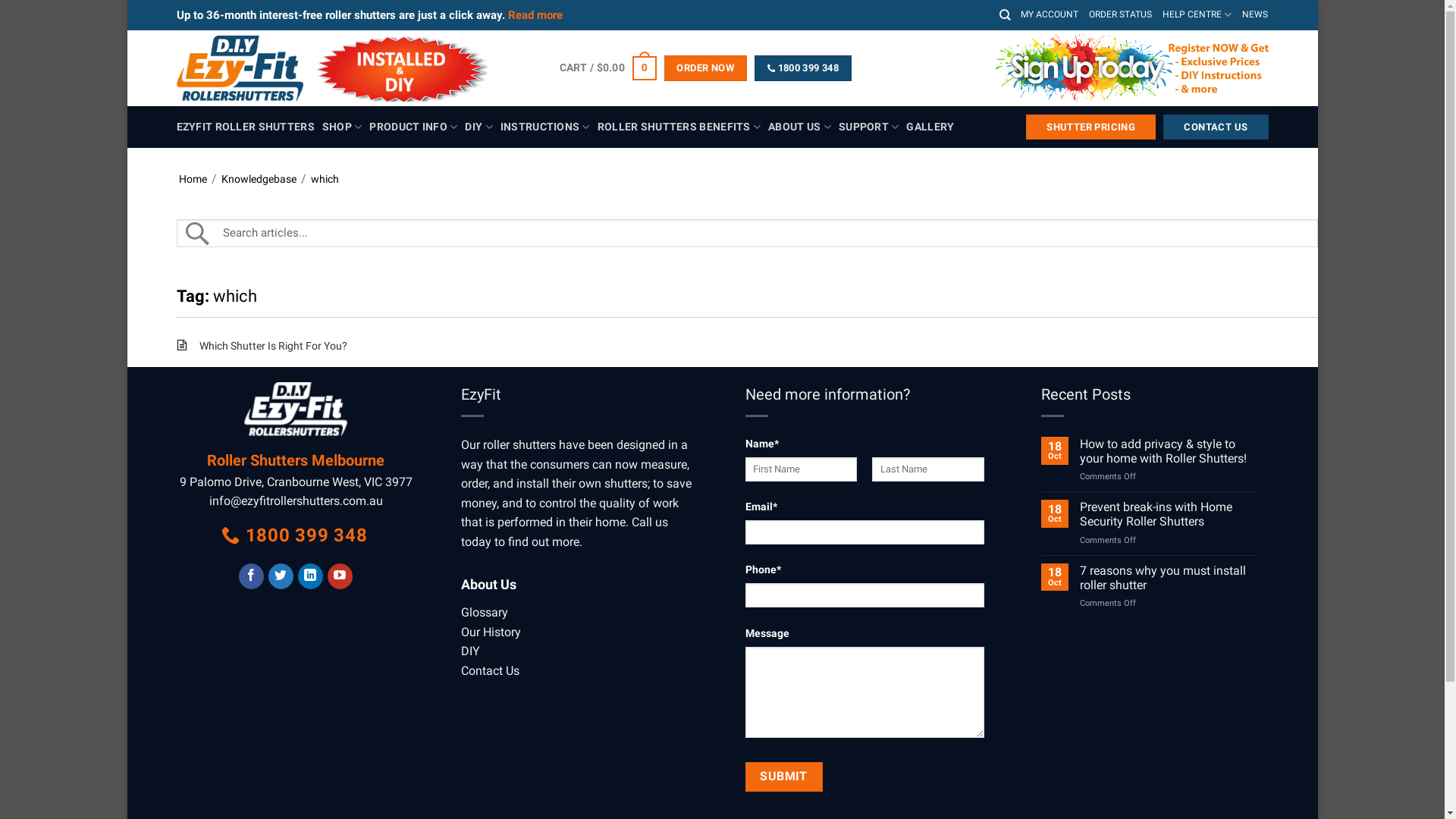 Image resolution: width=1456 pixels, height=819 pixels. Describe the element at coordinates (192, 177) in the screenshot. I see `'Home'` at that location.